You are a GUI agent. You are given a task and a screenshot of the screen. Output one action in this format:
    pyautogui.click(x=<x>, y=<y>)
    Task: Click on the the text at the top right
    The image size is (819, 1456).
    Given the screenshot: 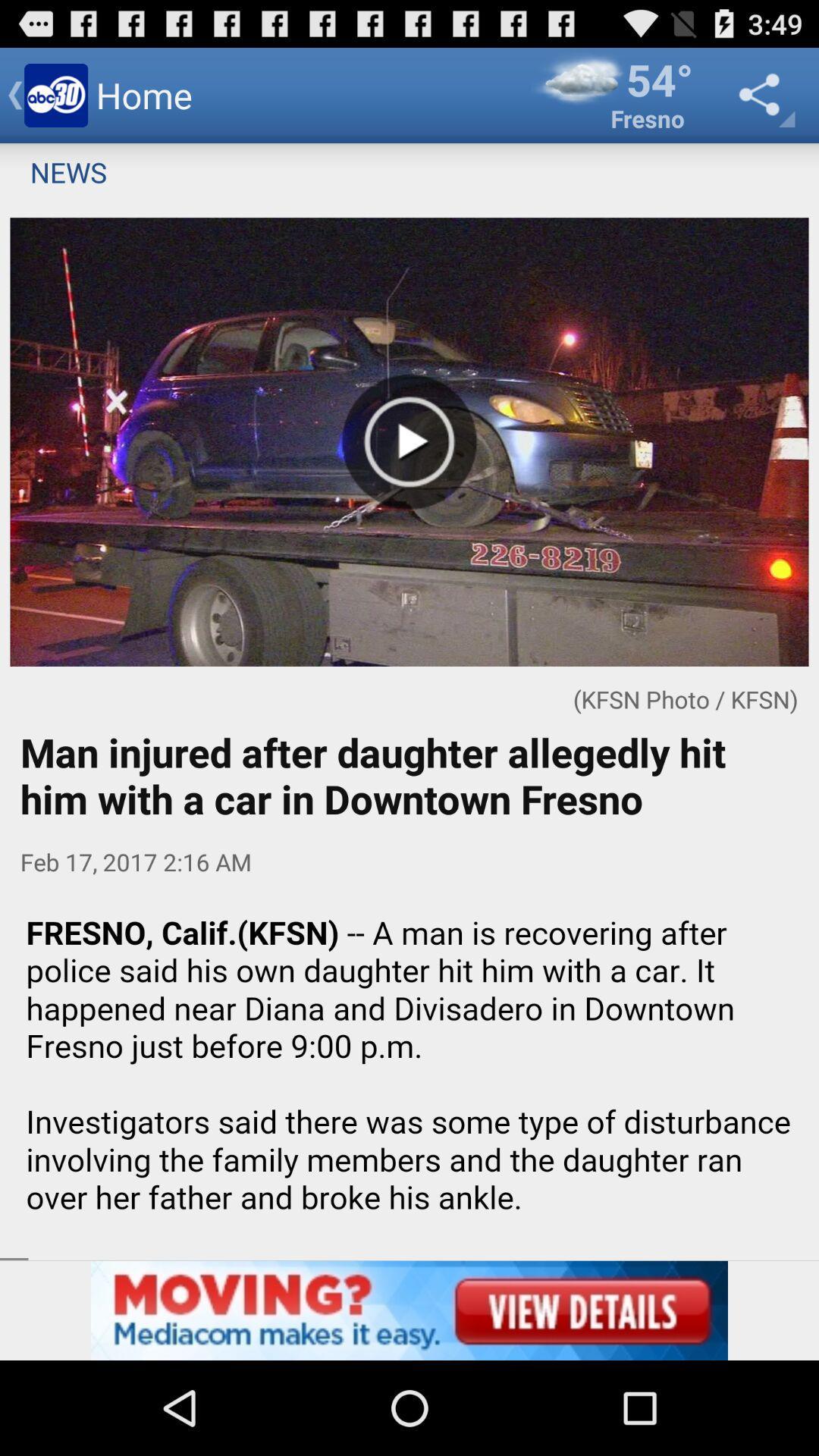 What is the action you would take?
    pyautogui.click(x=611, y=94)
    